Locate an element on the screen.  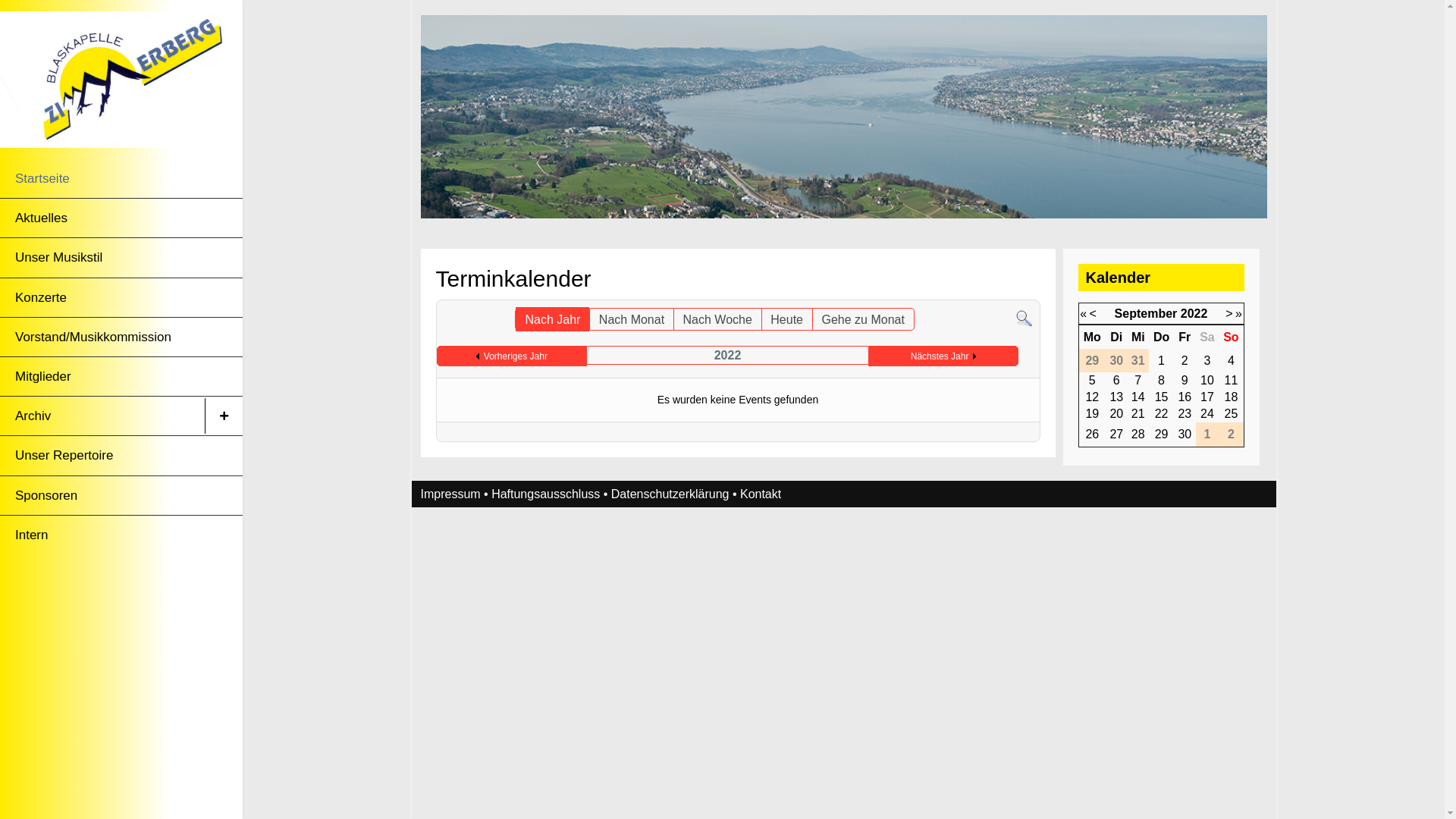
'6' is located at coordinates (1116, 379).